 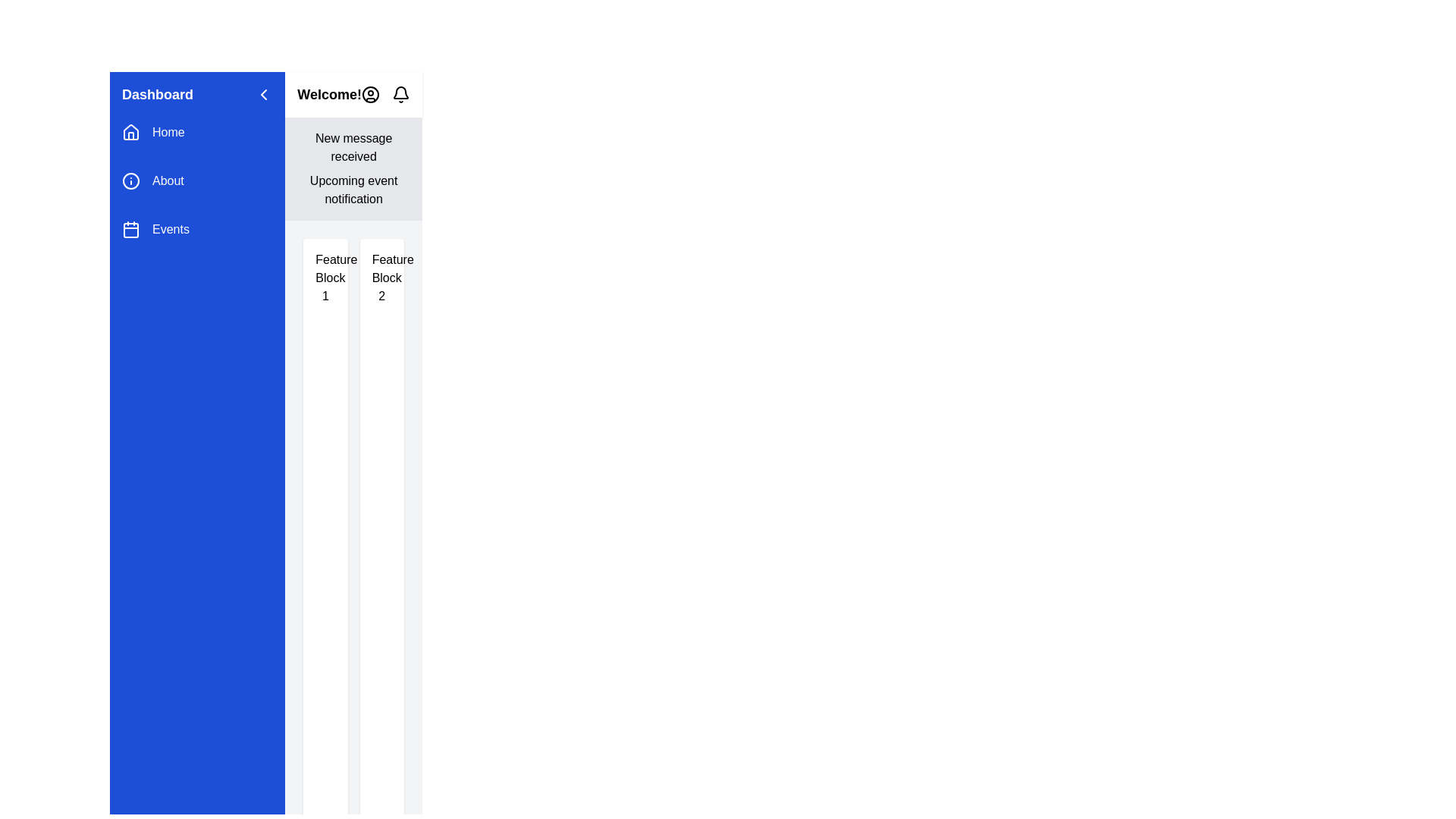 I want to click on the bell icon button located in the top right corner of the interface, so click(x=400, y=94).